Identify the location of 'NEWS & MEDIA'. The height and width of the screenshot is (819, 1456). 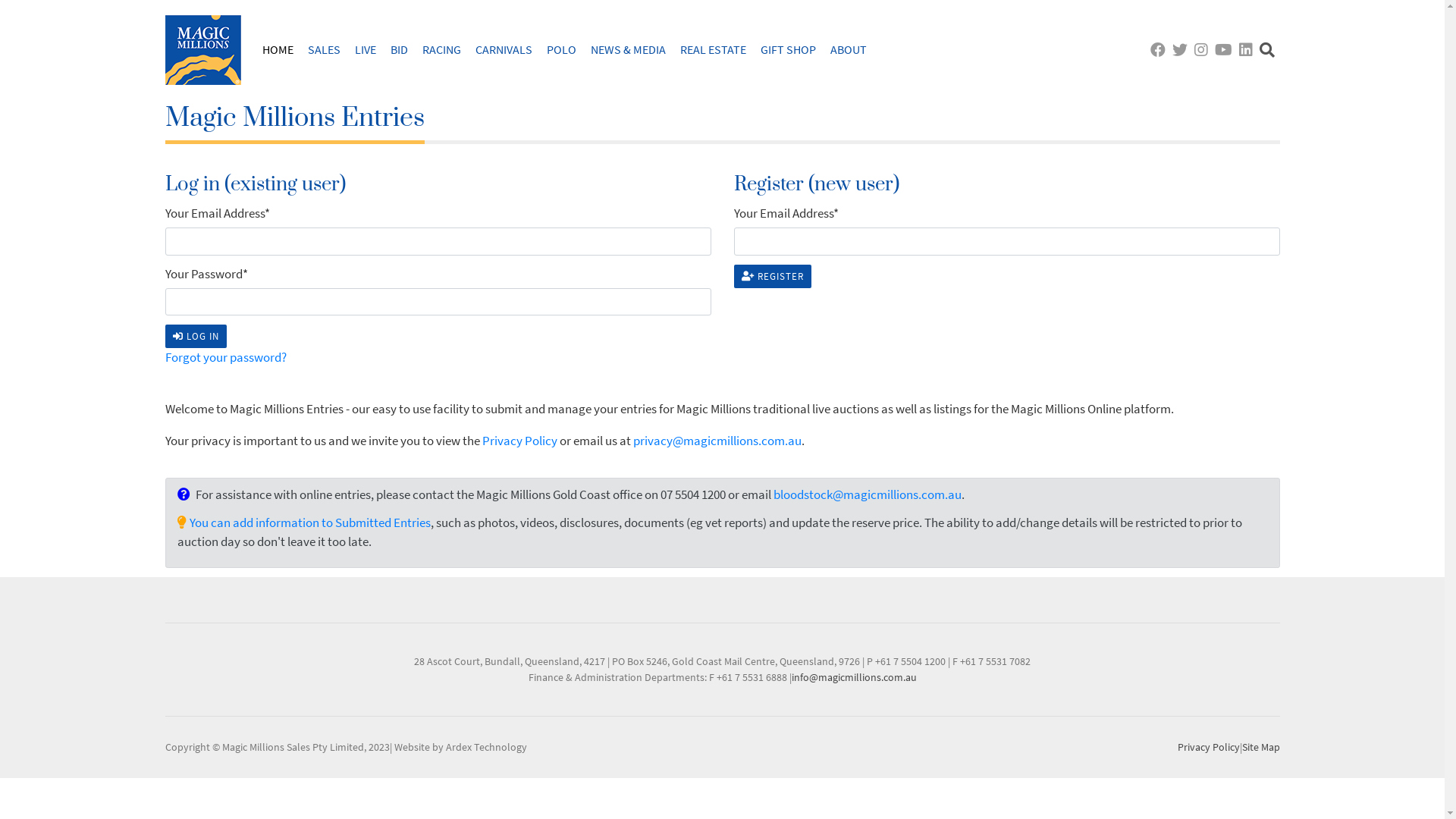
(627, 49).